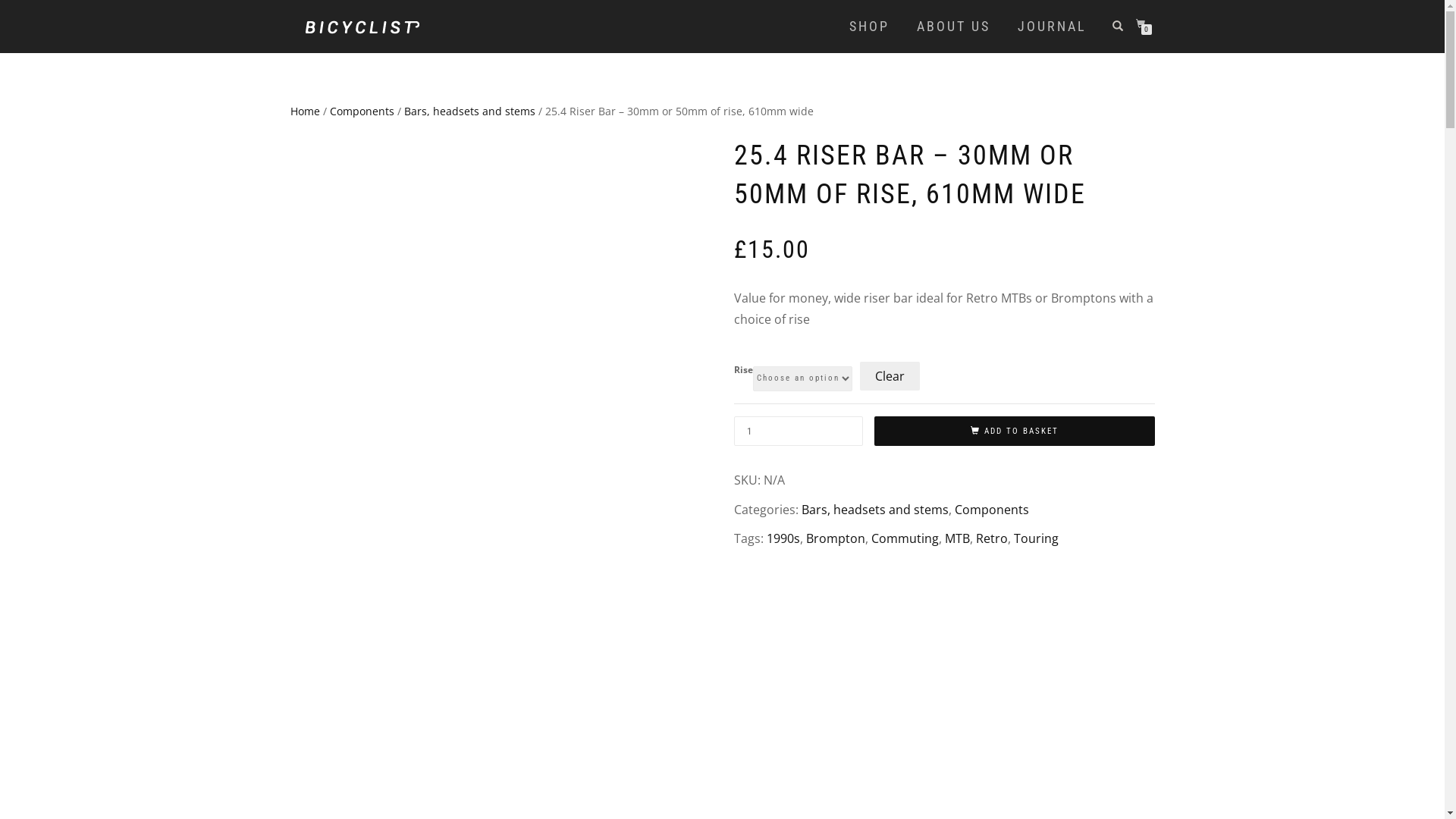 This screenshot has height=819, width=1456. What do you see at coordinates (990, 537) in the screenshot?
I see `'Retro'` at bounding box center [990, 537].